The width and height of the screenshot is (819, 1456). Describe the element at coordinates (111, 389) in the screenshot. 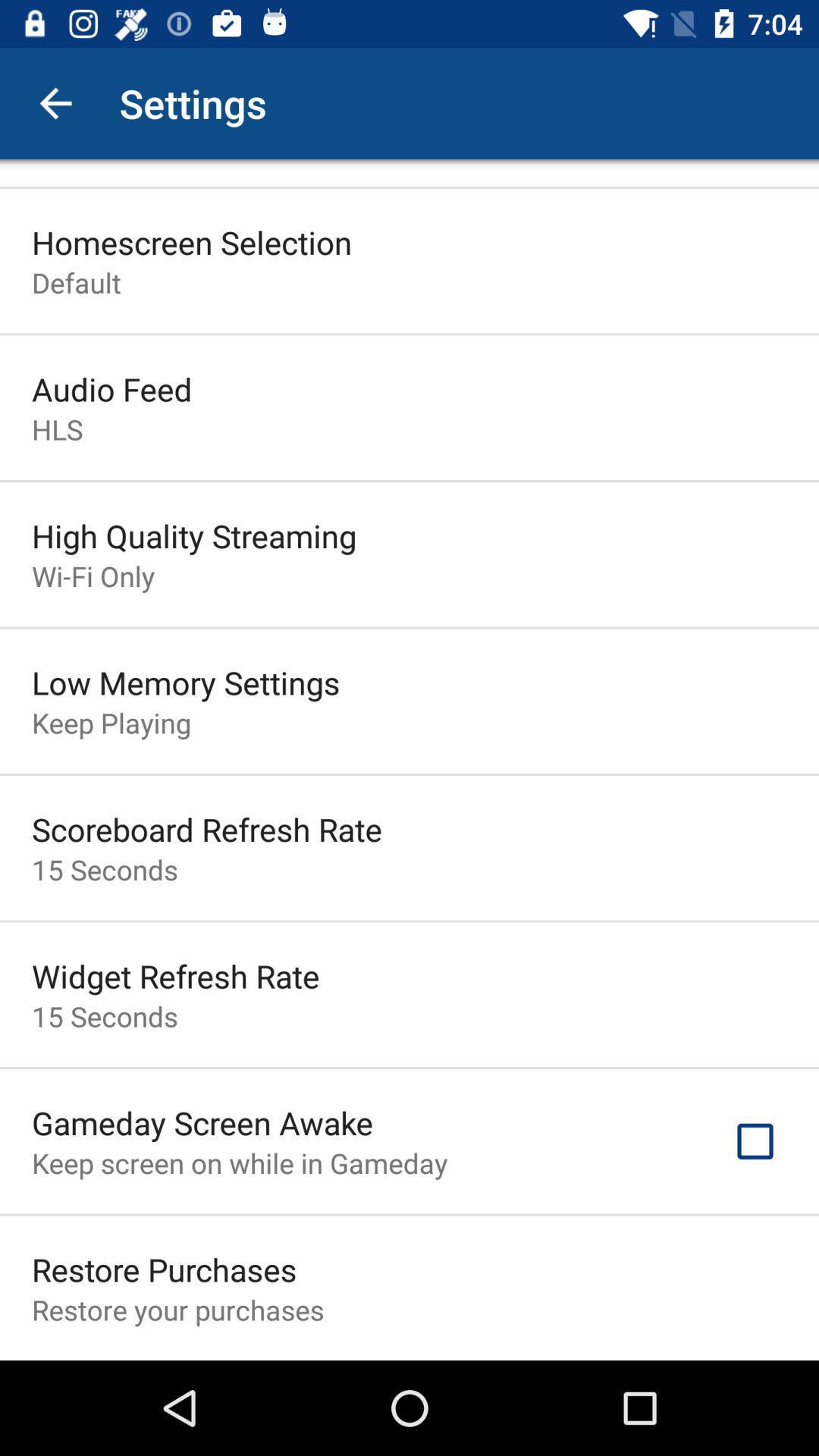

I see `the icon below default` at that location.